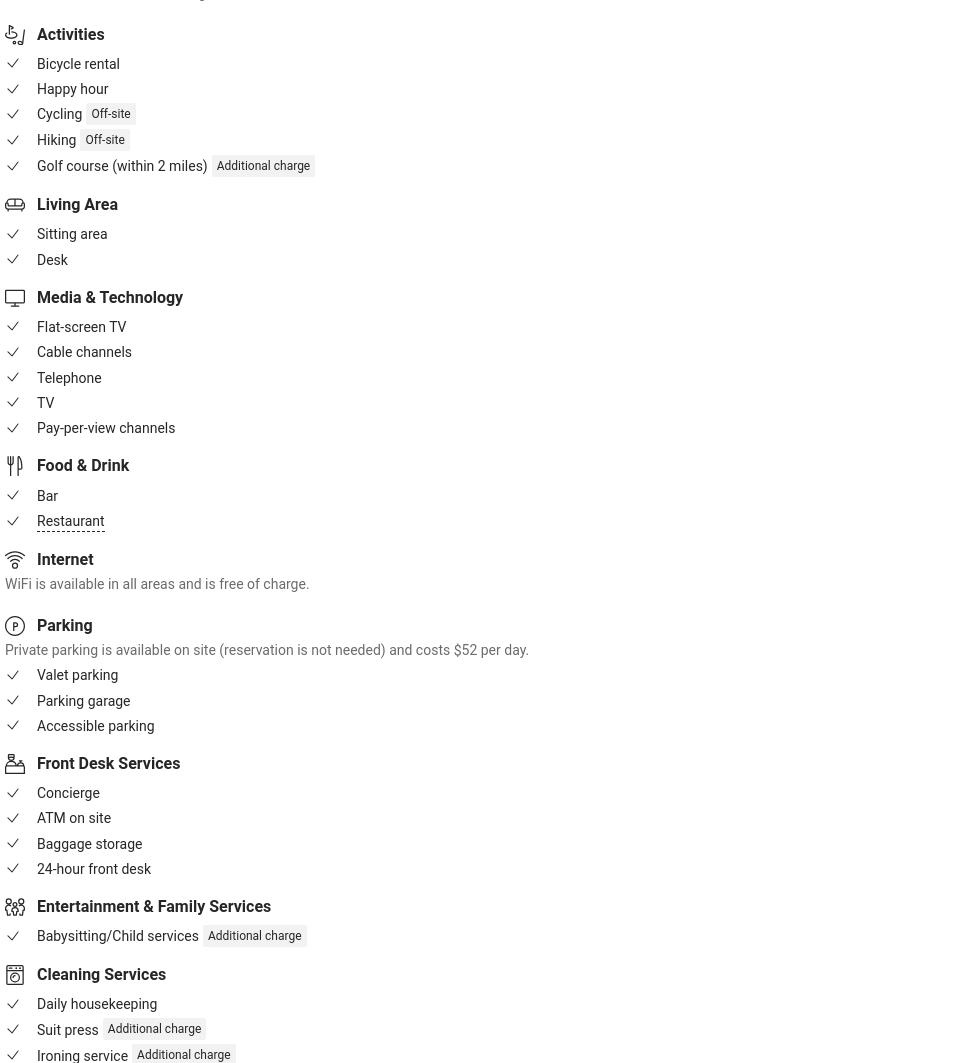  Describe the element at coordinates (72, 88) in the screenshot. I see `'Happy hour'` at that location.